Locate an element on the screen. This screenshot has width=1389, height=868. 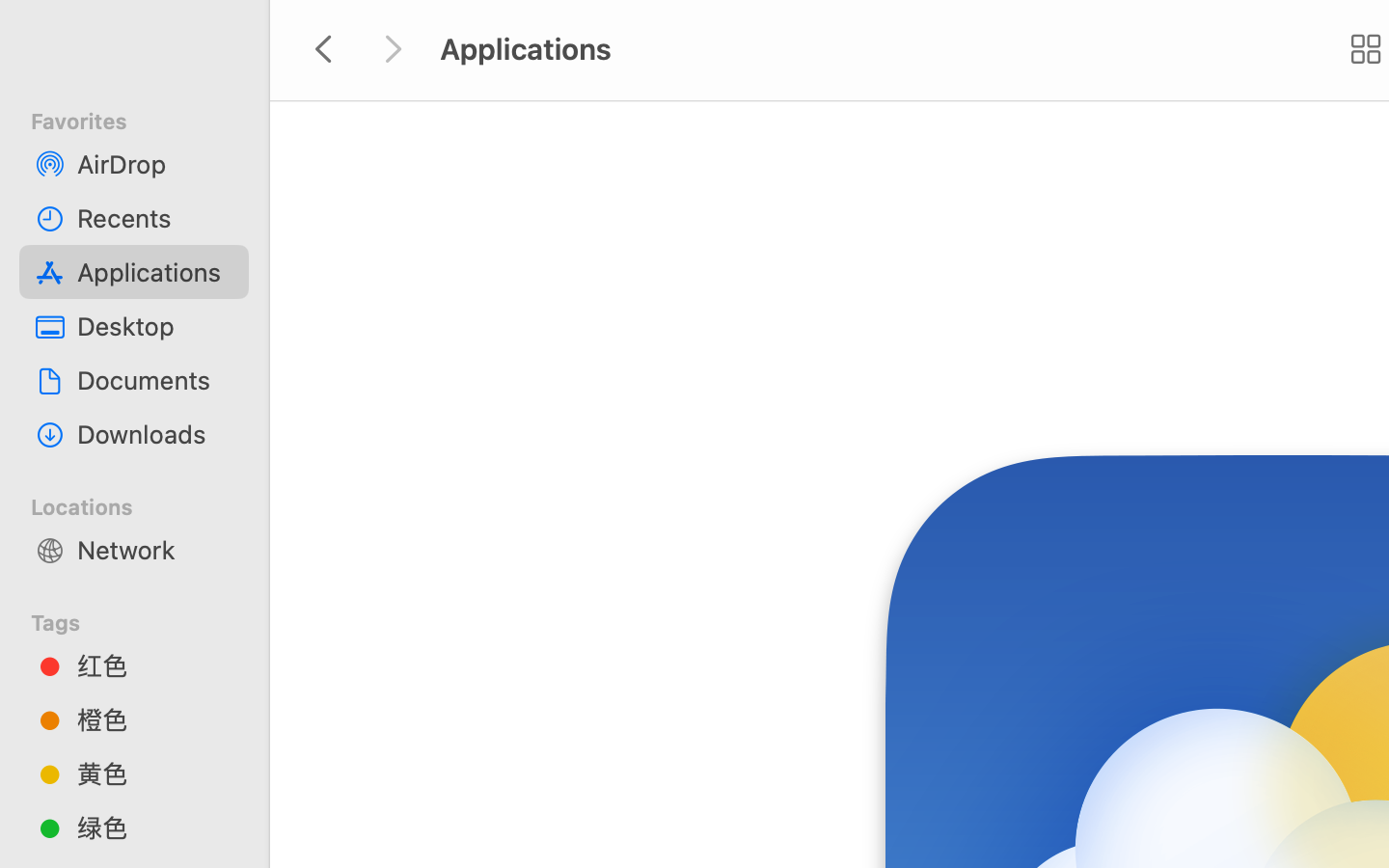
'AirDrop' is located at coordinates (153, 164).